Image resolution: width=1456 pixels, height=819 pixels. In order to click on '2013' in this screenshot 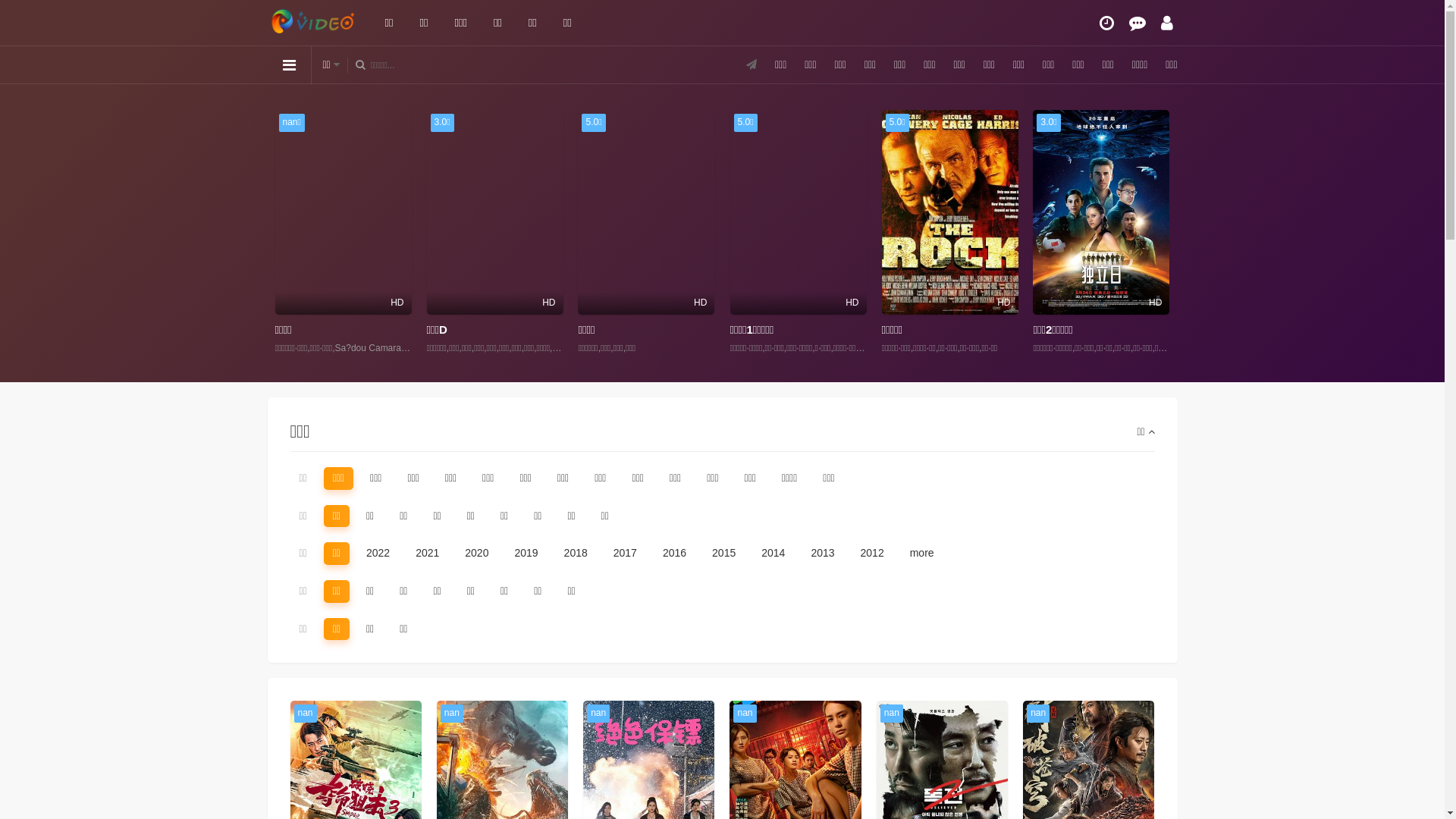, I will do `click(800, 553)`.